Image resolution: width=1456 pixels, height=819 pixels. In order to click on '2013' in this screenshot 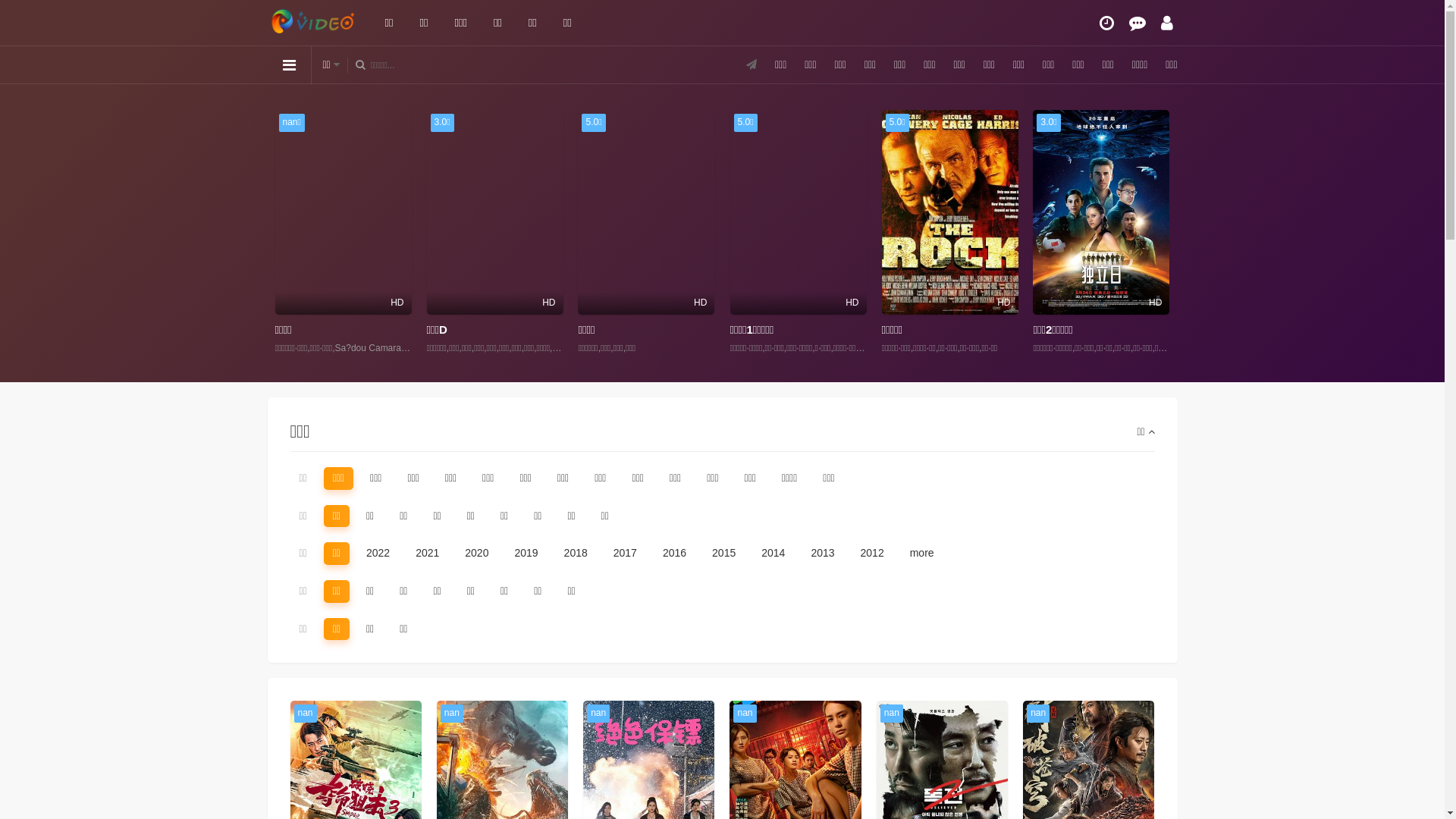, I will do `click(800, 553)`.